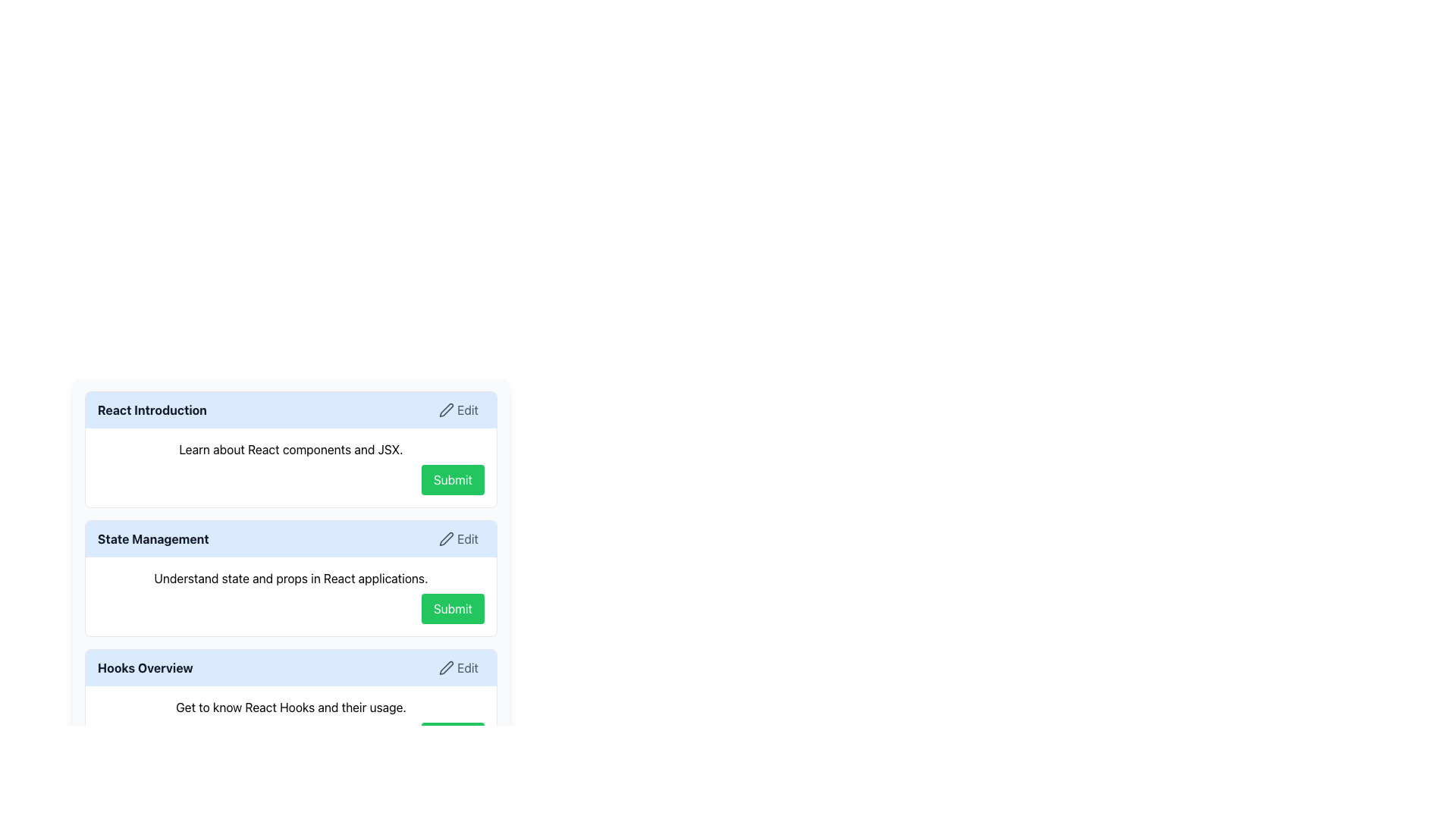 The width and height of the screenshot is (1456, 819). I want to click on the edit button located in the top-right corner of the 'State Management' section, so click(457, 538).